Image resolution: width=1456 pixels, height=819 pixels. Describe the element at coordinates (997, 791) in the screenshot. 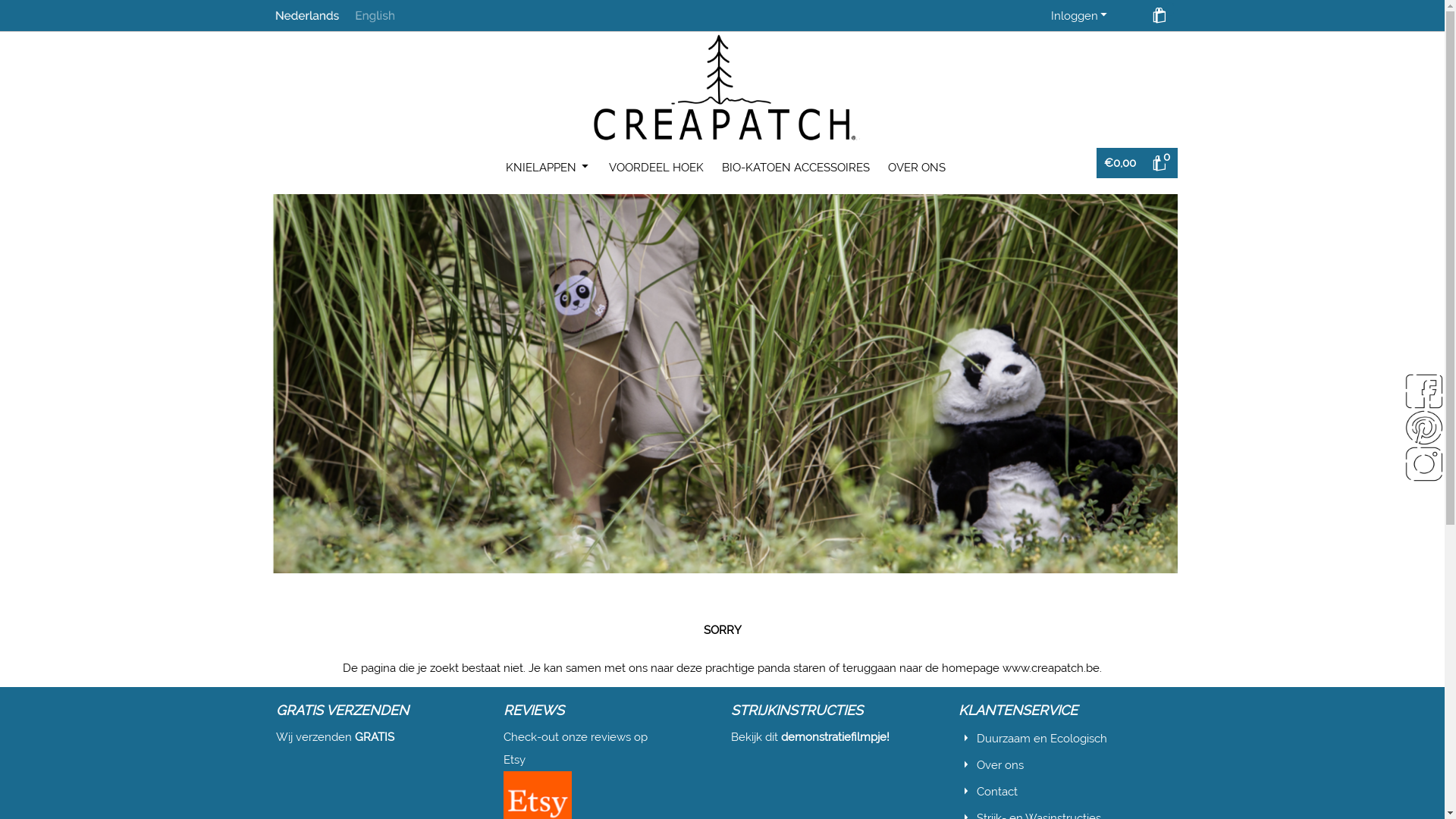

I see `'Contact'` at that location.